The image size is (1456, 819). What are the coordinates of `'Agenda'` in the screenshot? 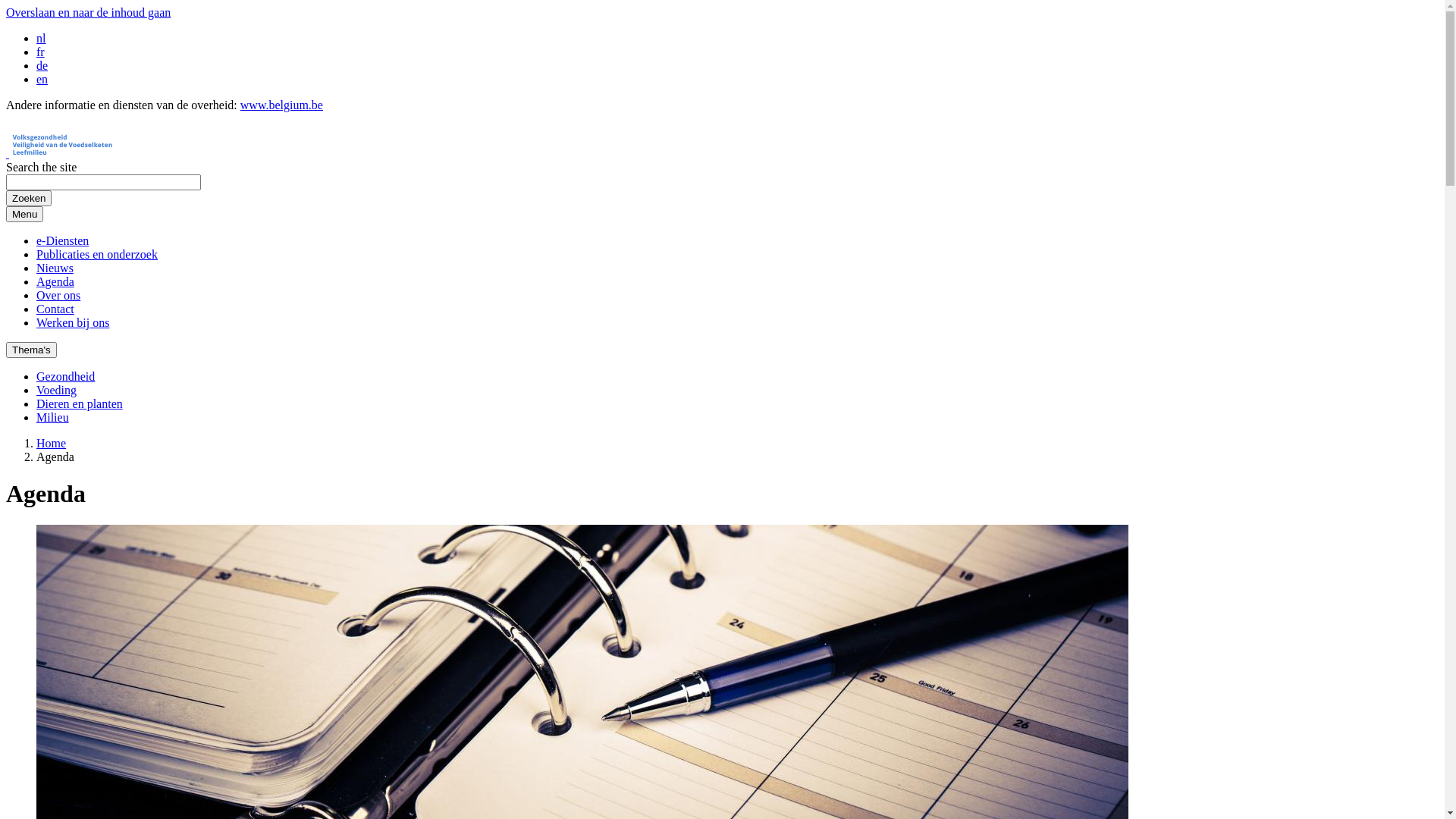 It's located at (55, 281).